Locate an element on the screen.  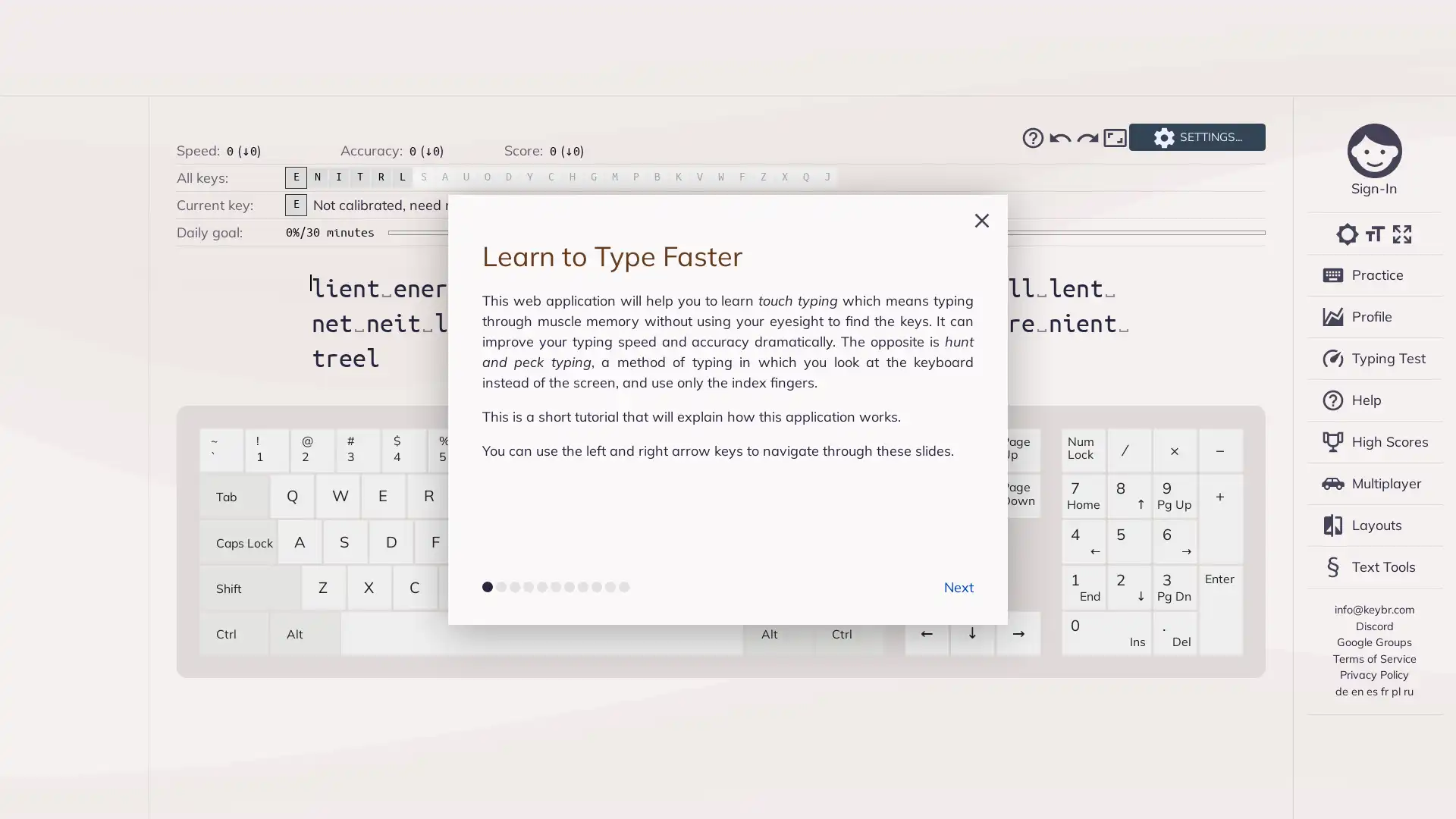
Skip the current lesson (Ctrl + Right Arrow). is located at coordinates (1087, 137).